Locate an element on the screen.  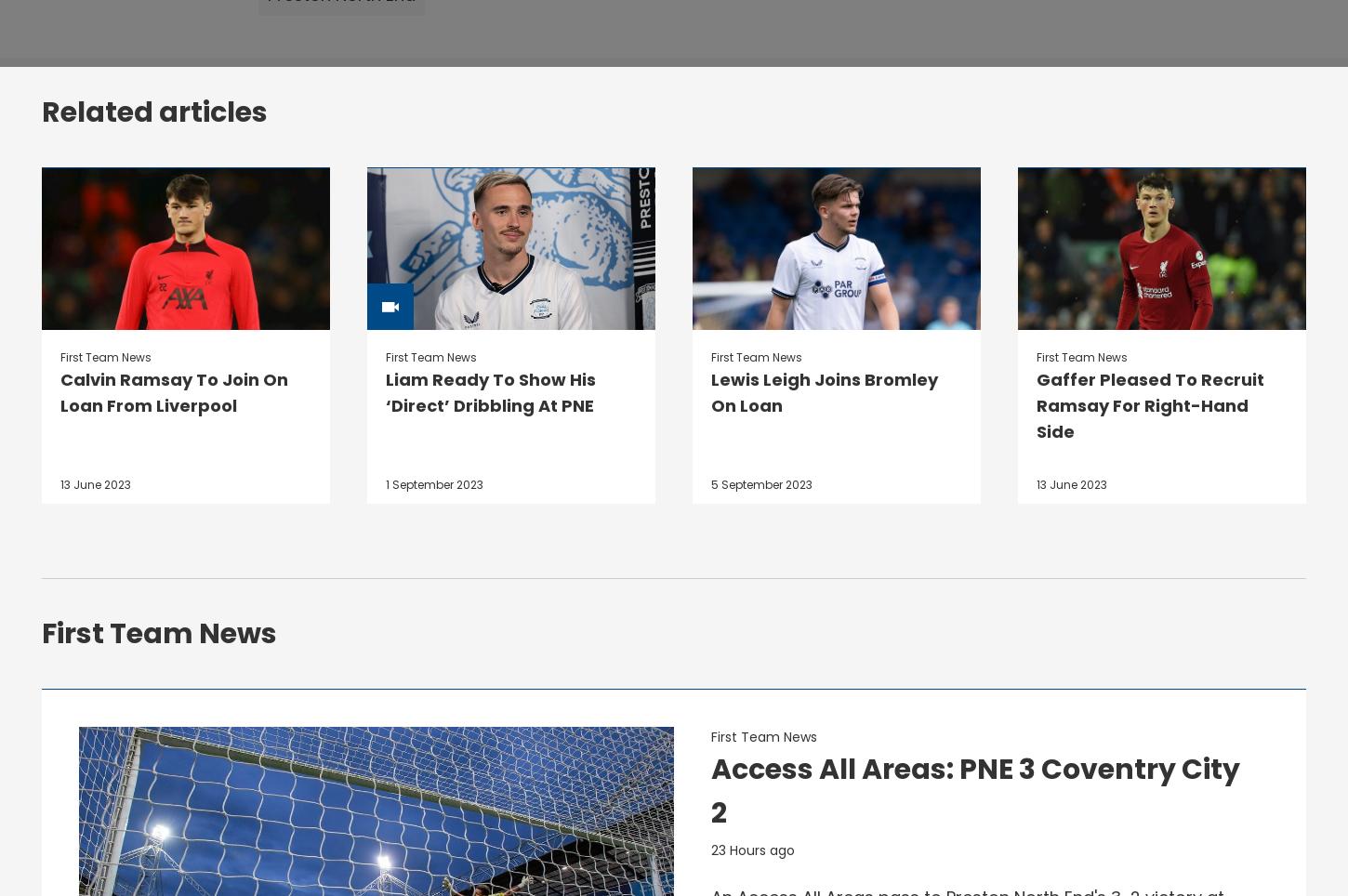
'Calvin Ramsay To Join On Loan From Liverpool' is located at coordinates (173, 391).